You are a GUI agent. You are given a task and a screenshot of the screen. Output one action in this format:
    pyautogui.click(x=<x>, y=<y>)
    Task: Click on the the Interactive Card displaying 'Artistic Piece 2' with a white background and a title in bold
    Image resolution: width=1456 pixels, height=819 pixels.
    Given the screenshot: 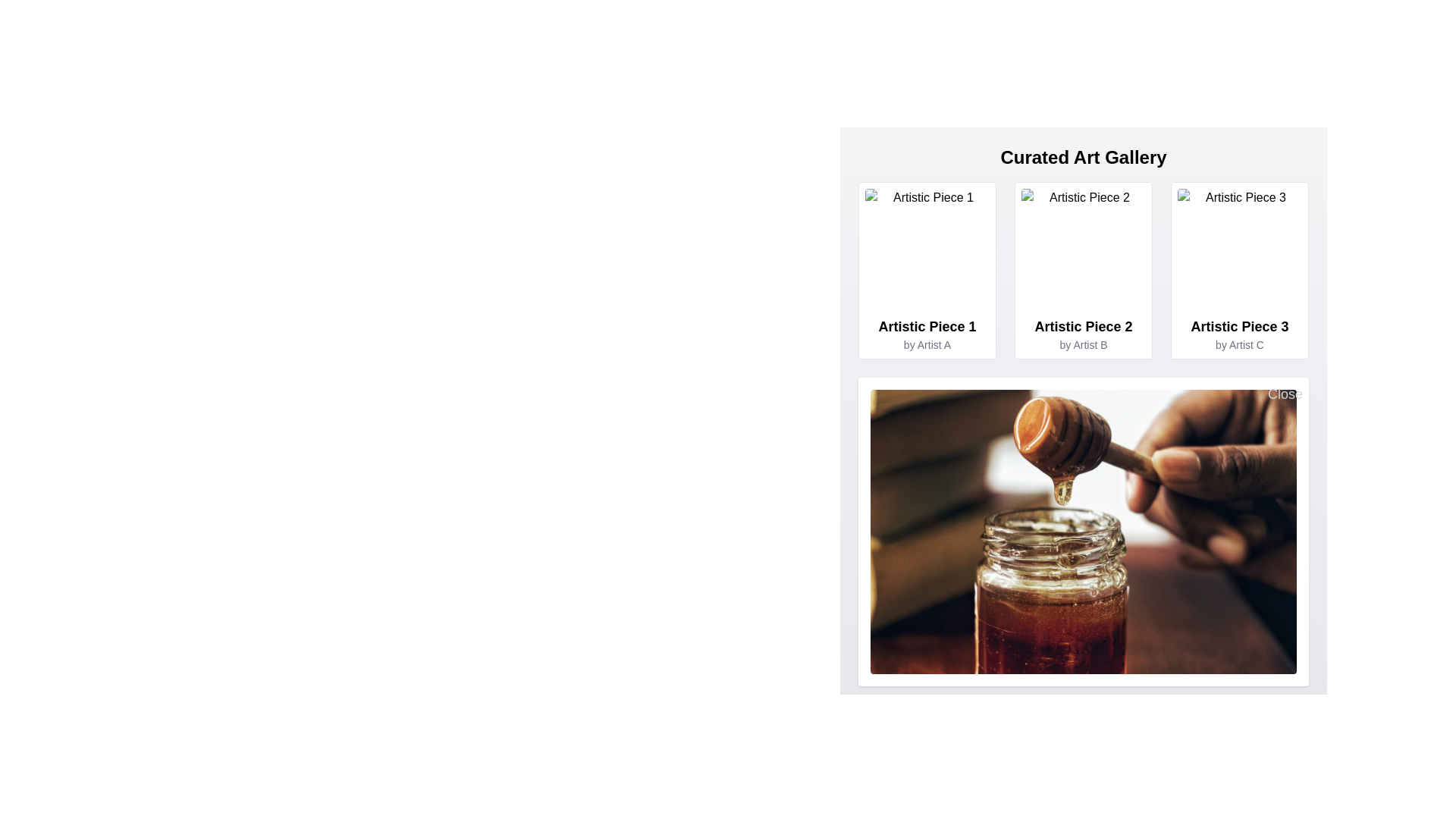 What is the action you would take?
    pyautogui.click(x=1083, y=270)
    